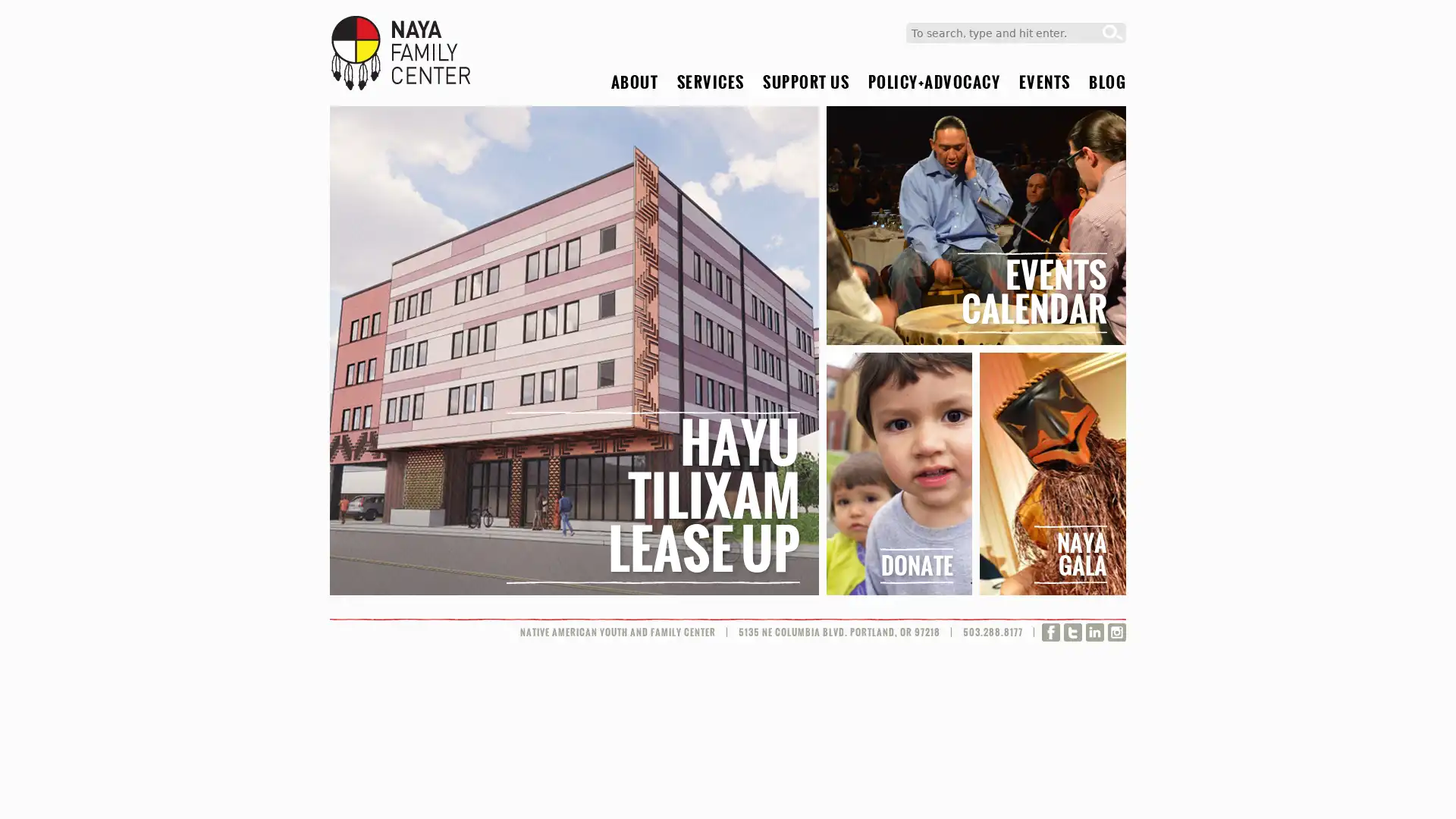 The height and width of the screenshot is (819, 1456). I want to click on Search, so click(1112, 33).